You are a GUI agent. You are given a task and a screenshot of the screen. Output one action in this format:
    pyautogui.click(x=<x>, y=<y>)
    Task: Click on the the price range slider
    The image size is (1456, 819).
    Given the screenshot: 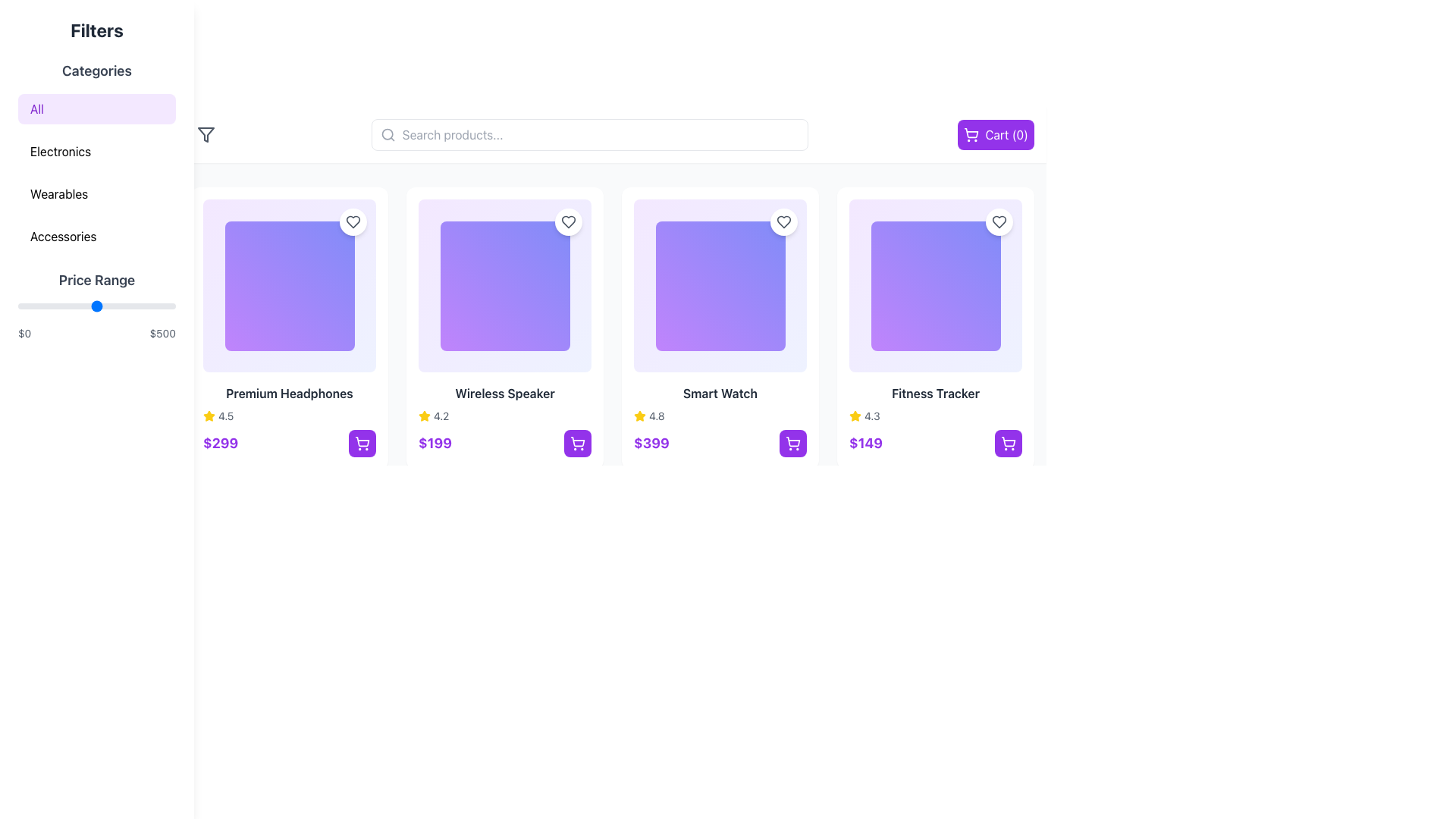 What is the action you would take?
    pyautogui.click(x=91, y=306)
    